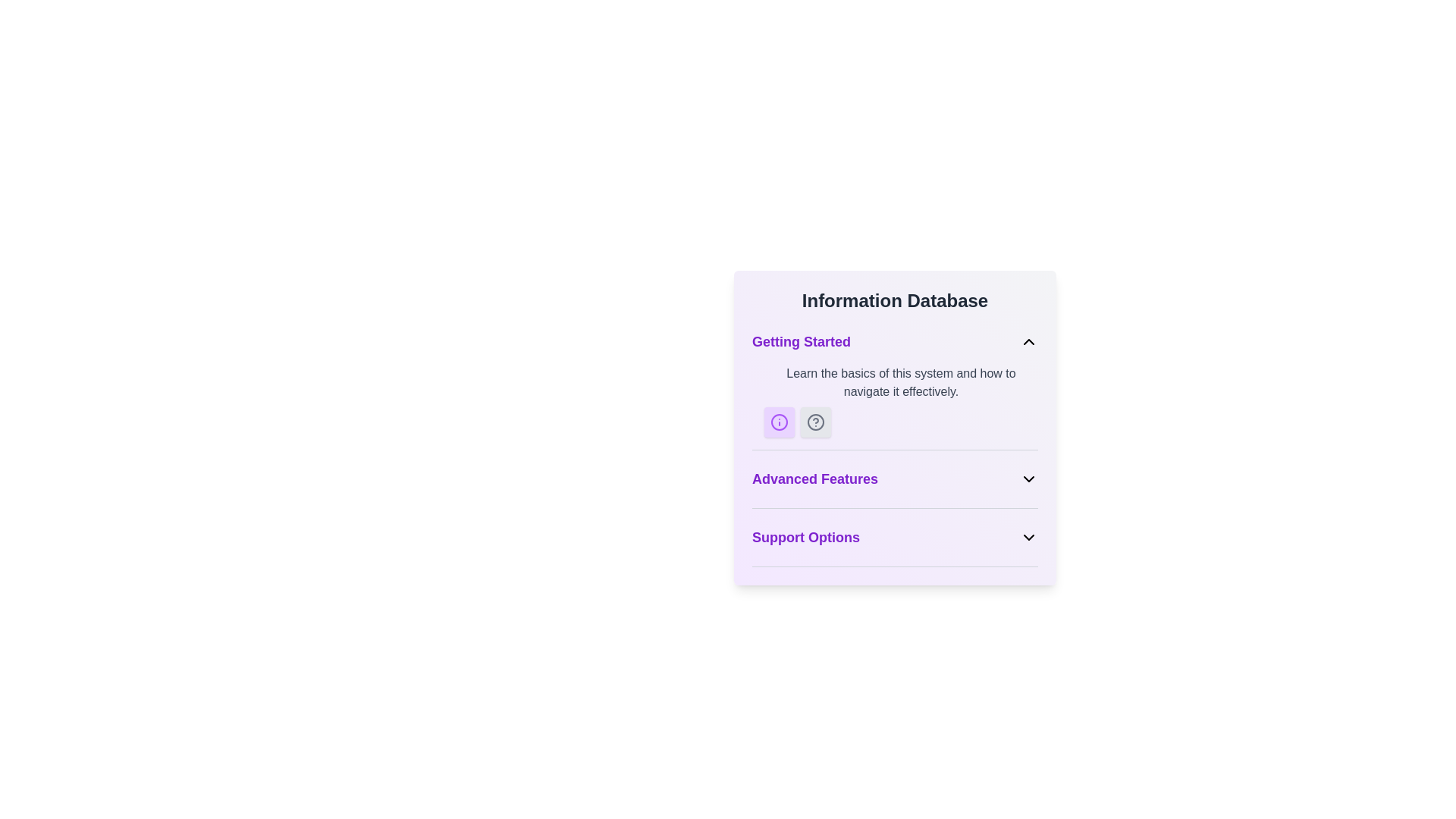 The width and height of the screenshot is (1456, 819). What do you see at coordinates (901, 382) in the screenshot?
I see `the text that reads 'Learn the basics of this system and how to navigate it effectively' within the 'Getting Started' section of the 'Information Database' panel` at bounding box center [901, 382].